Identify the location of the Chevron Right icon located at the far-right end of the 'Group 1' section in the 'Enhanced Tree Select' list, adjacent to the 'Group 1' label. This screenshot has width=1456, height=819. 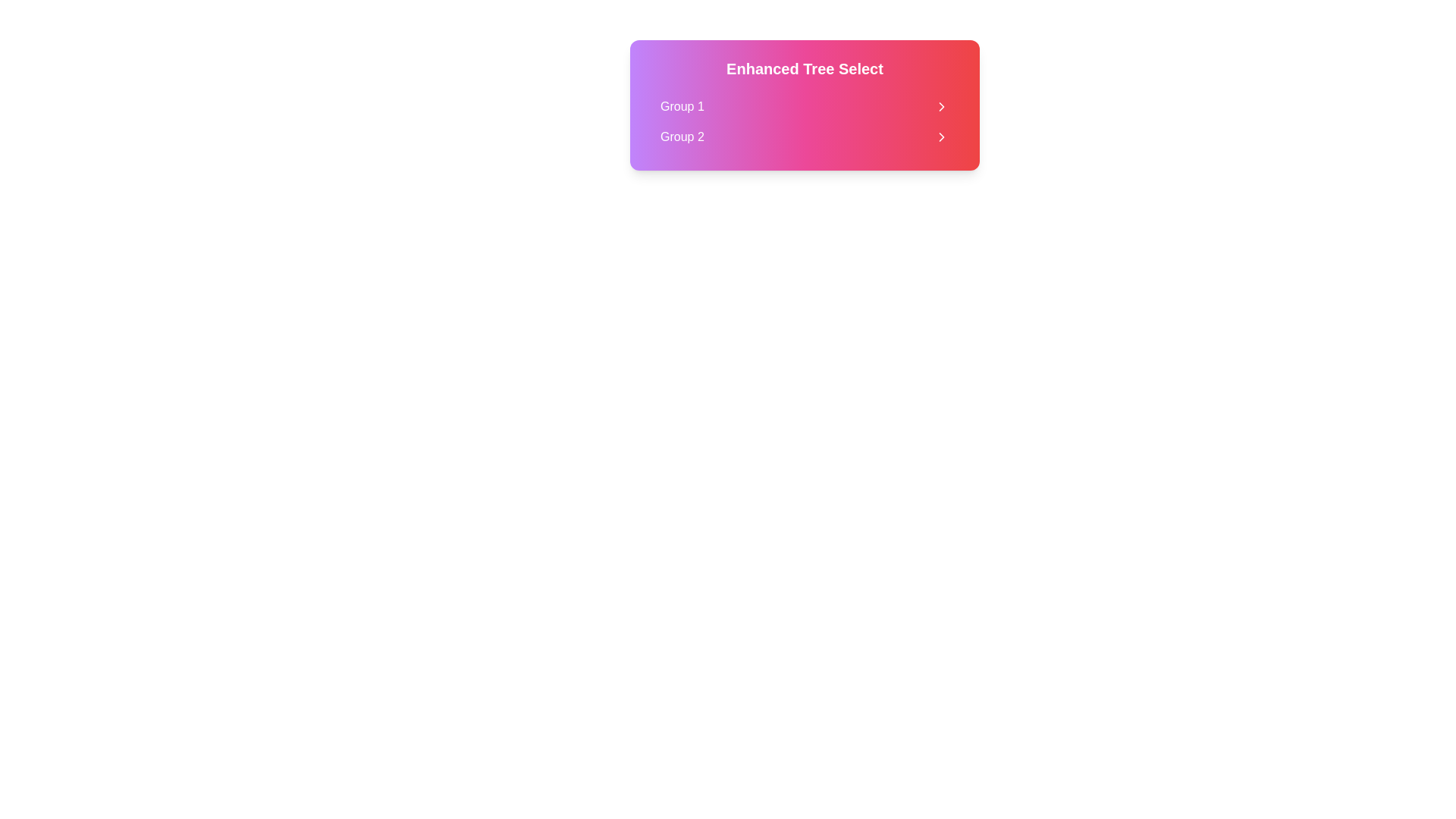
(941, 106).